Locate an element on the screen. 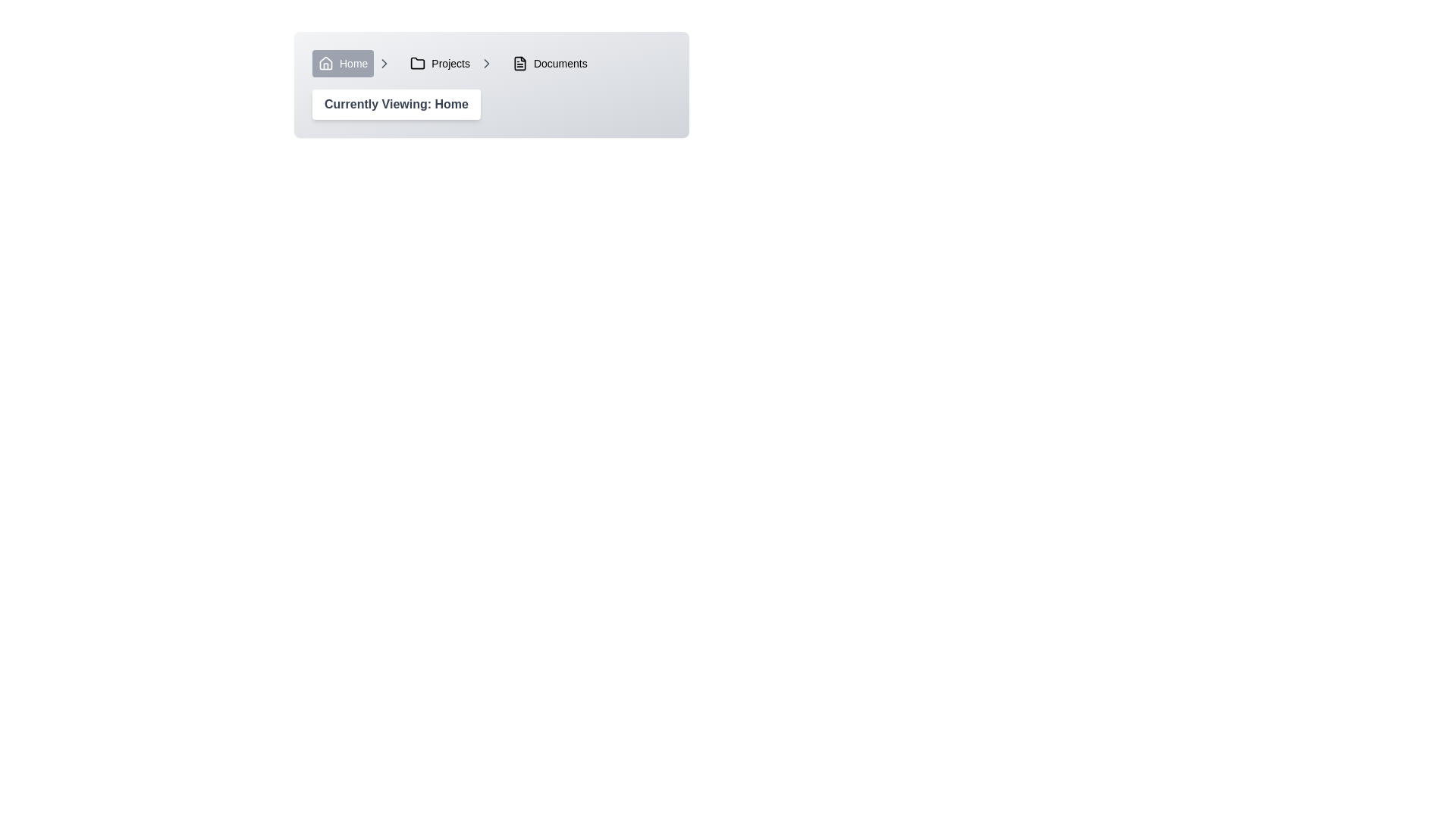 The width and height of the screenshot is (1456, 819). the Chevron icon in the navigation breadcrumb that connects 'Projects' and 'Documents' is located at coordinates (486, 63).